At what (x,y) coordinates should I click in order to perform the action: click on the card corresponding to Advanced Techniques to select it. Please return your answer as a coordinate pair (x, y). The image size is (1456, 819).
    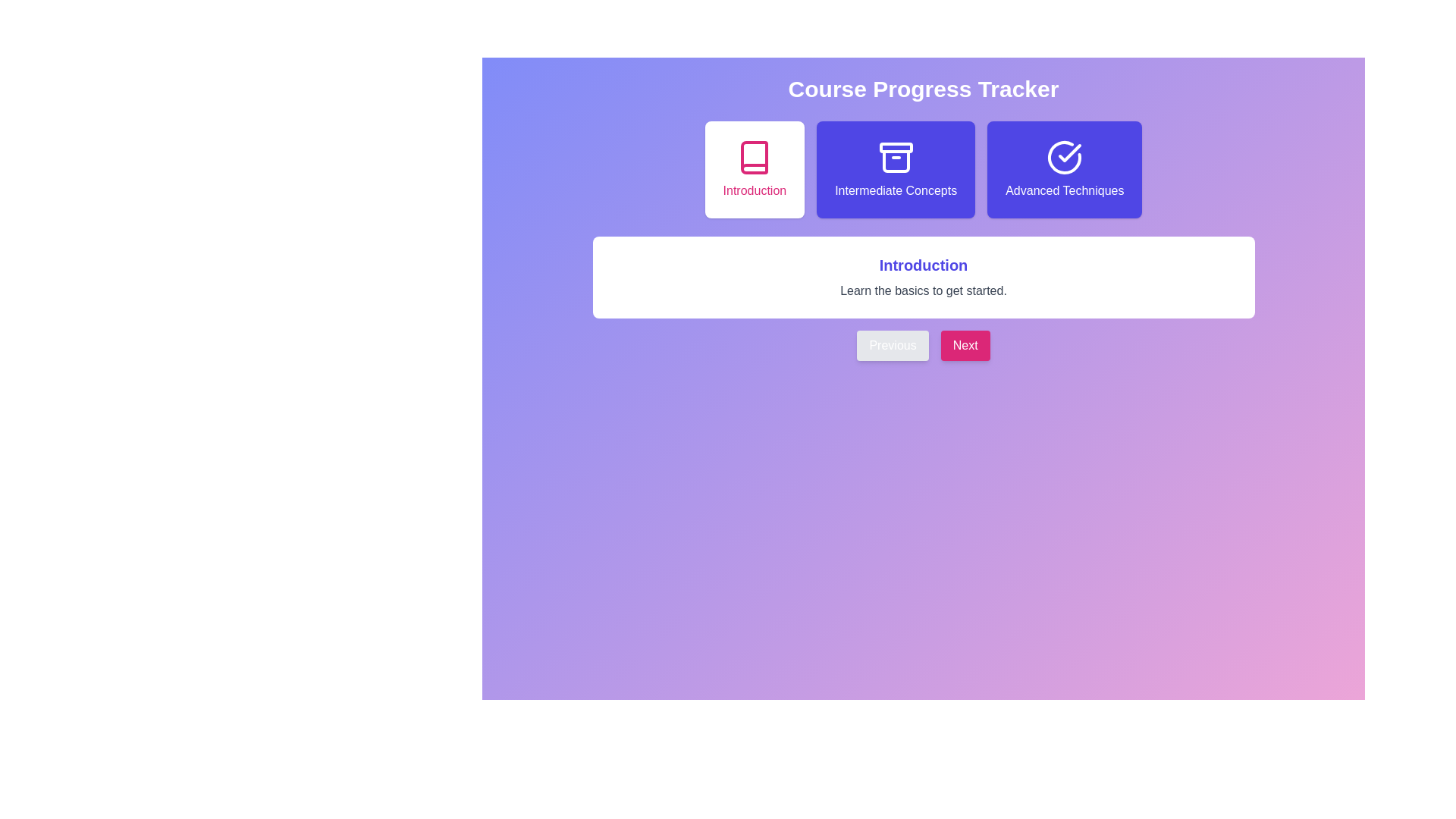
    Looking at the image, I should click on (1064, 169).